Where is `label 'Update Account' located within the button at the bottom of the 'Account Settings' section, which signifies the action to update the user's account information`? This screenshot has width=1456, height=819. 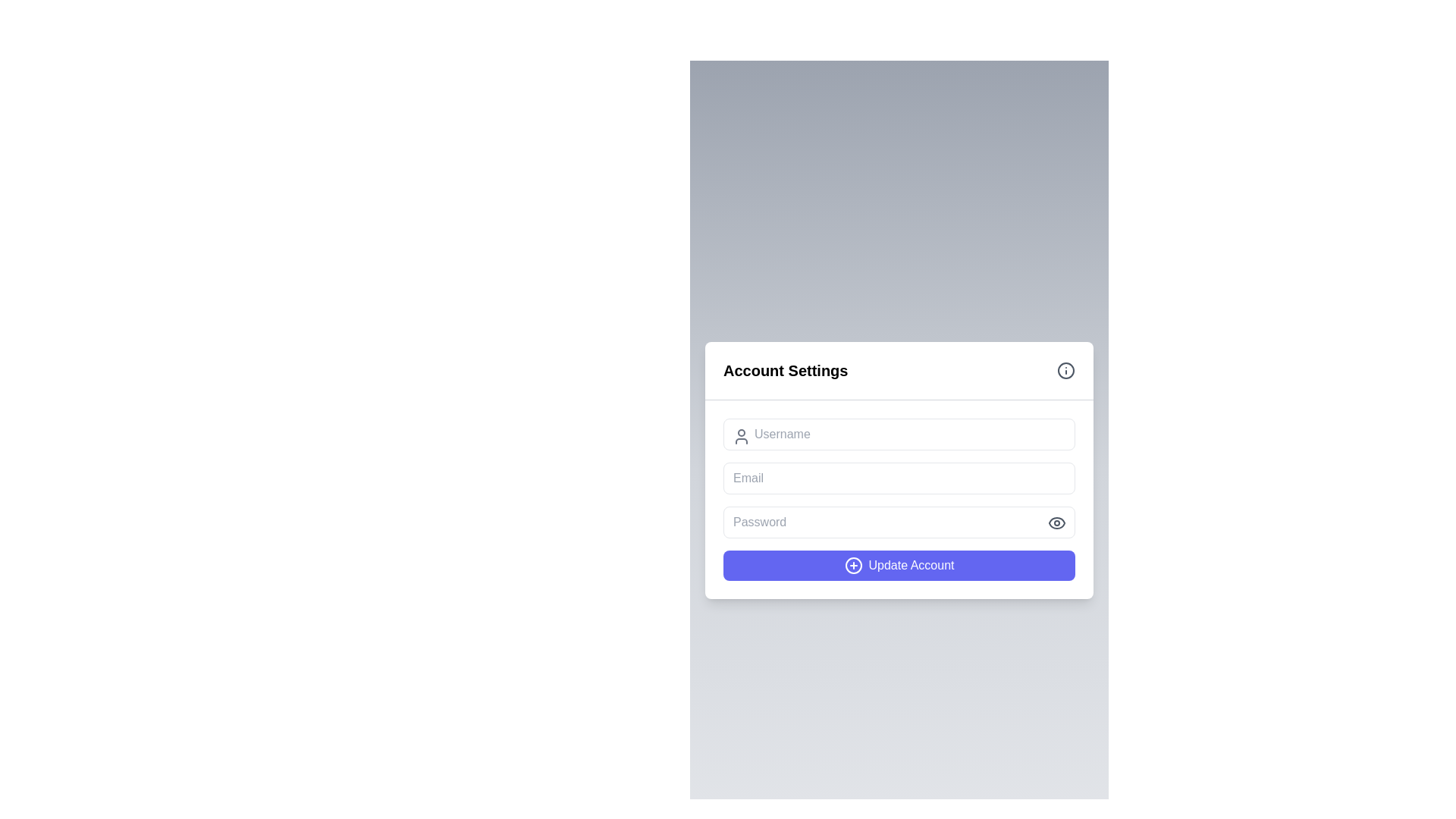
label 'Update Account' located within the button at the bottom of the 'Account Settings' section, which signifies the action to update the user's account information is located at coordinates (910, 564).